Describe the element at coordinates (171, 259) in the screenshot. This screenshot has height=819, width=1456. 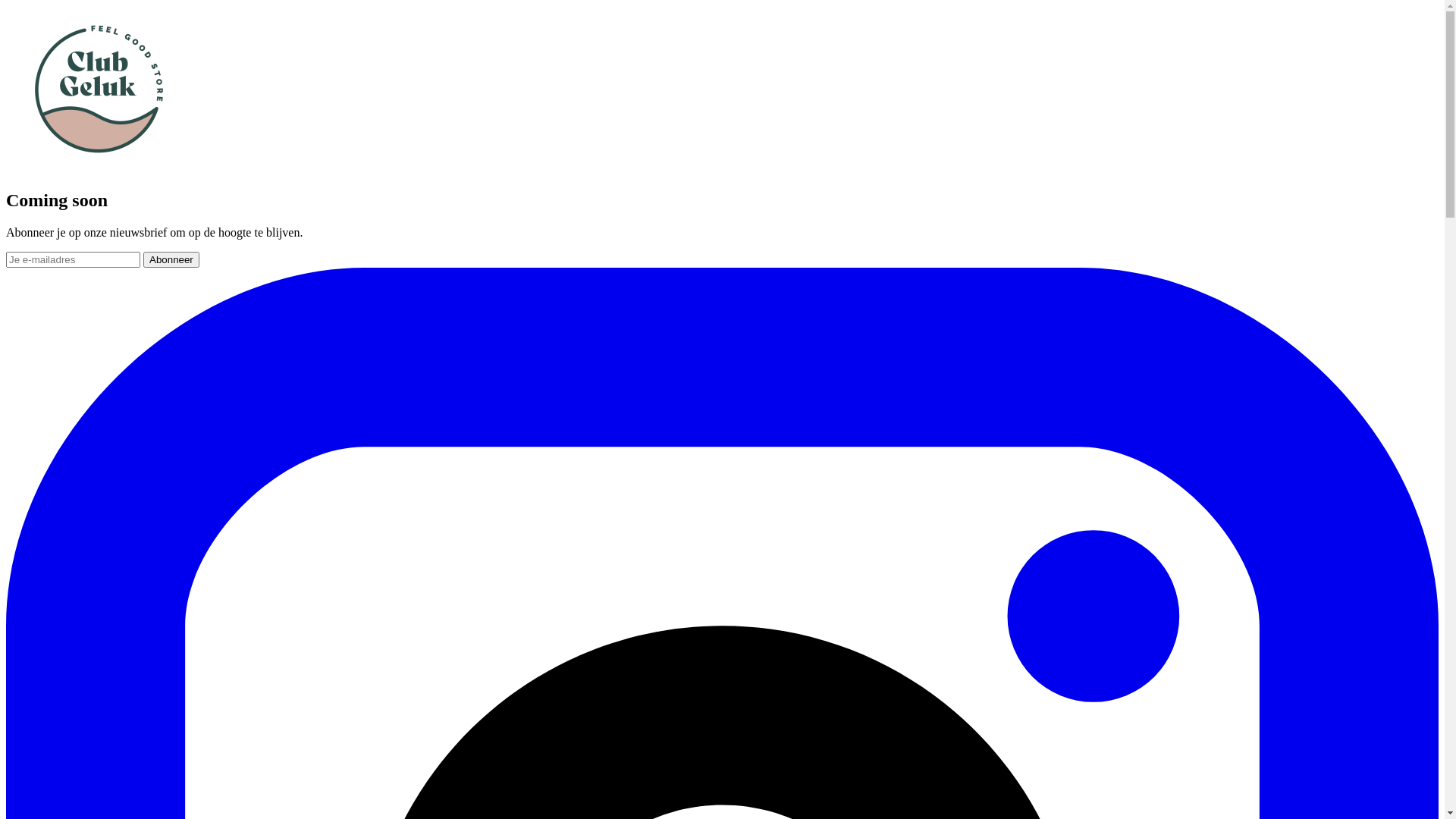
I see `'Abonneer'` at that location.